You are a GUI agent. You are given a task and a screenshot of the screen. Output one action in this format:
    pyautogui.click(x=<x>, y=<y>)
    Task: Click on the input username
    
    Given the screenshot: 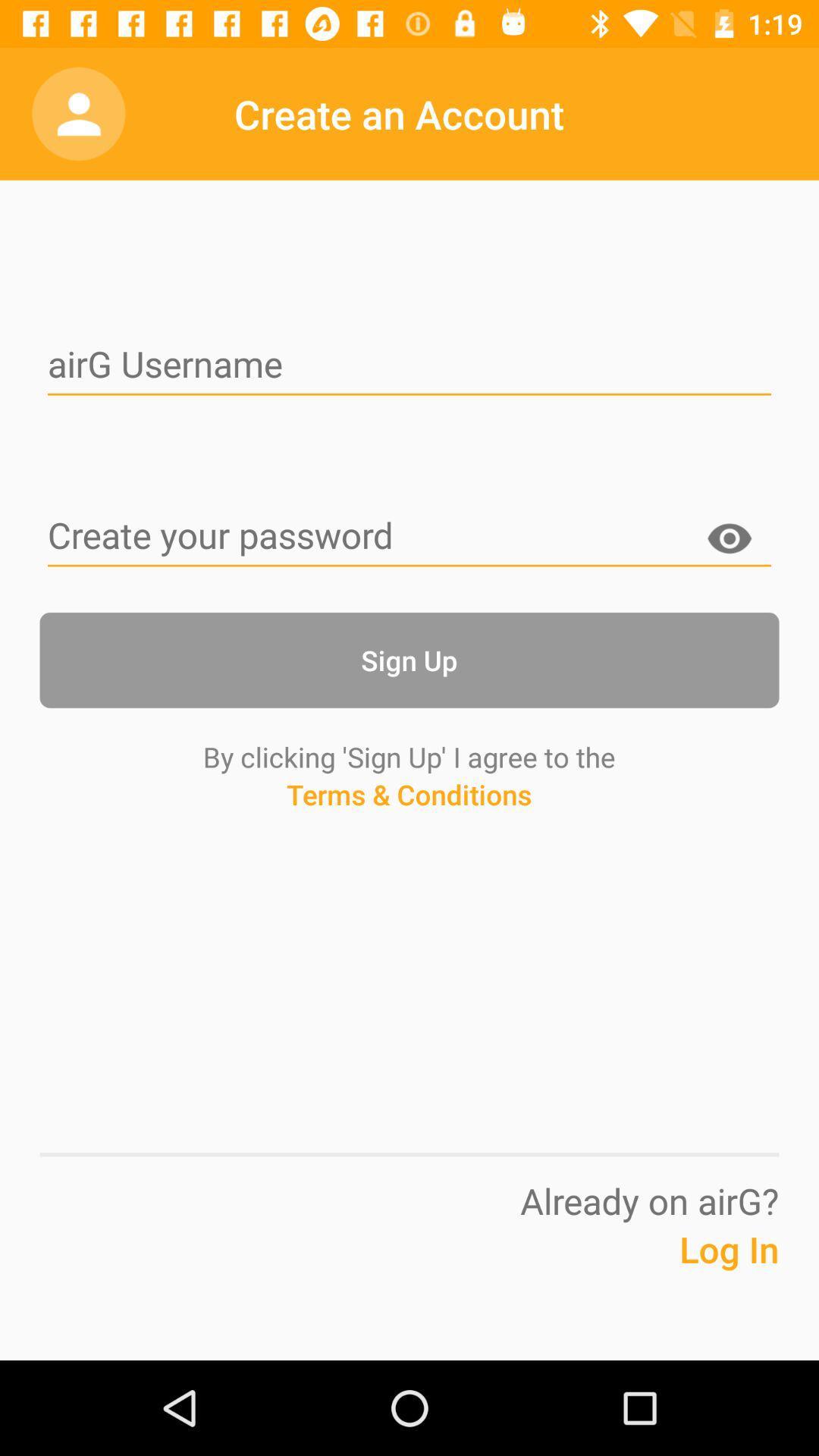 What is the action you would take?
    pyautogui.click(x=409, y=366)
    